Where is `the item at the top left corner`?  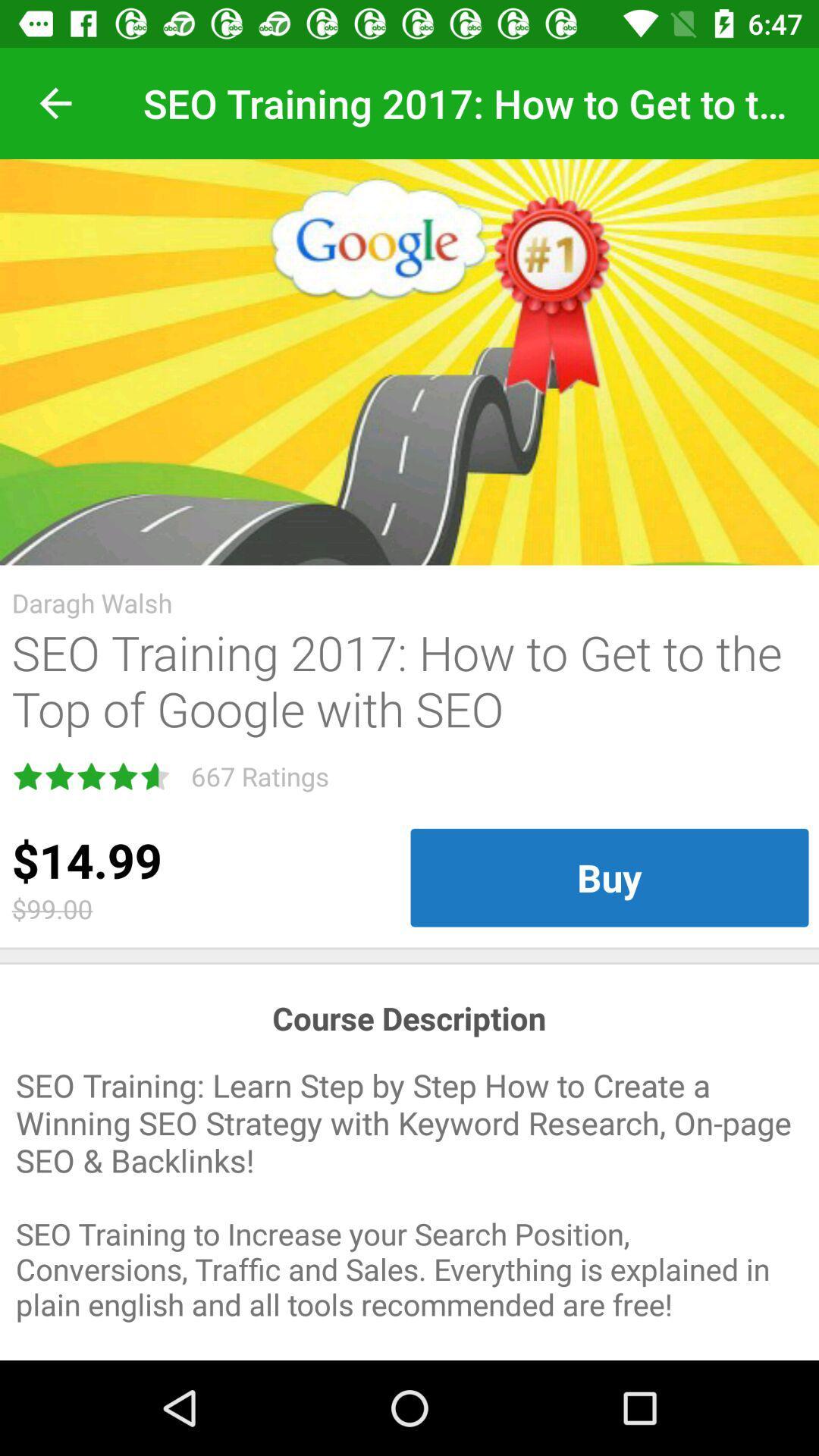
the item at the top left corner is located at coordinates (55, 102).